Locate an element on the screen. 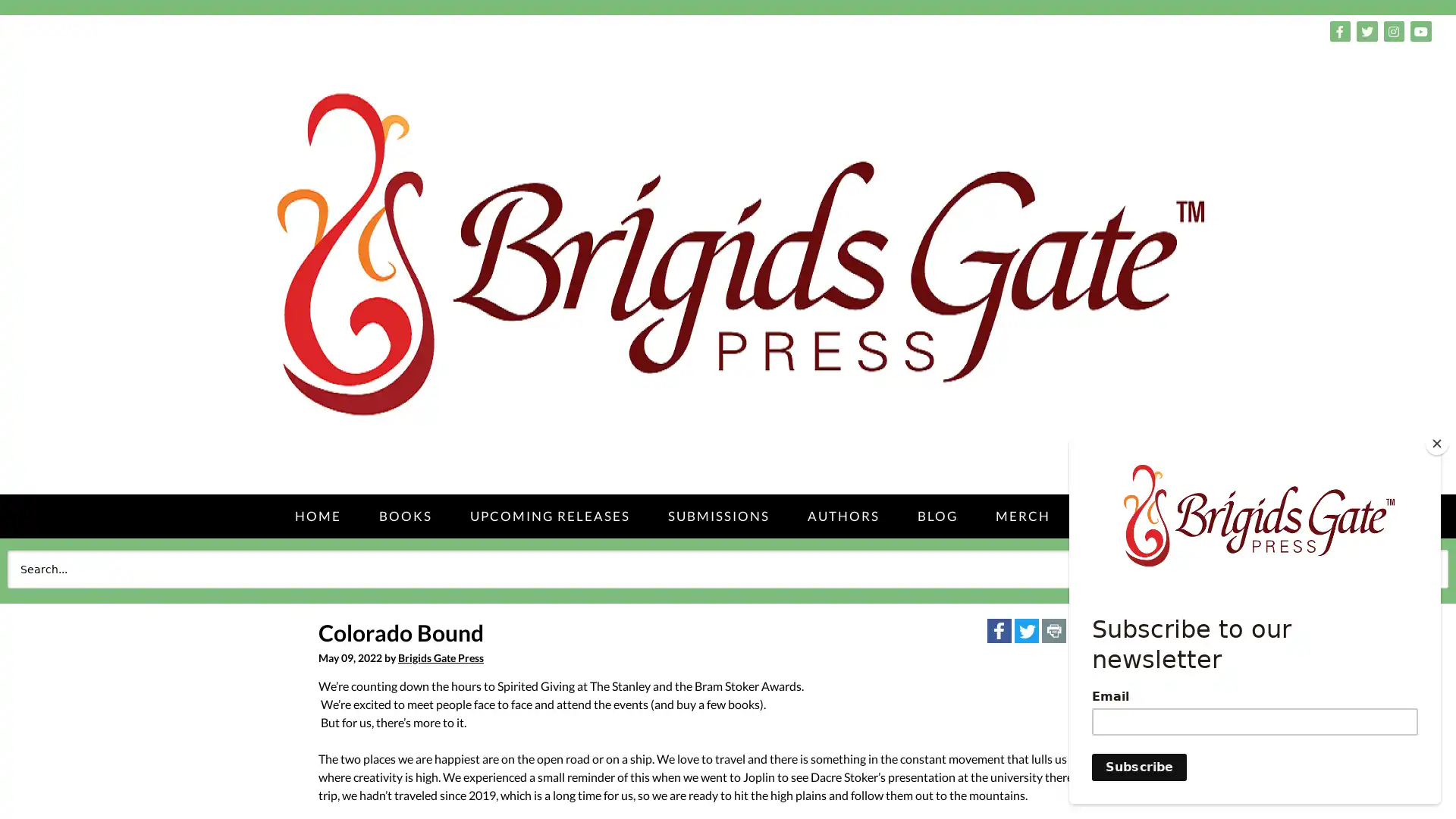 The image size is (1456, 819). Search is located at coordinates (1414, 568).